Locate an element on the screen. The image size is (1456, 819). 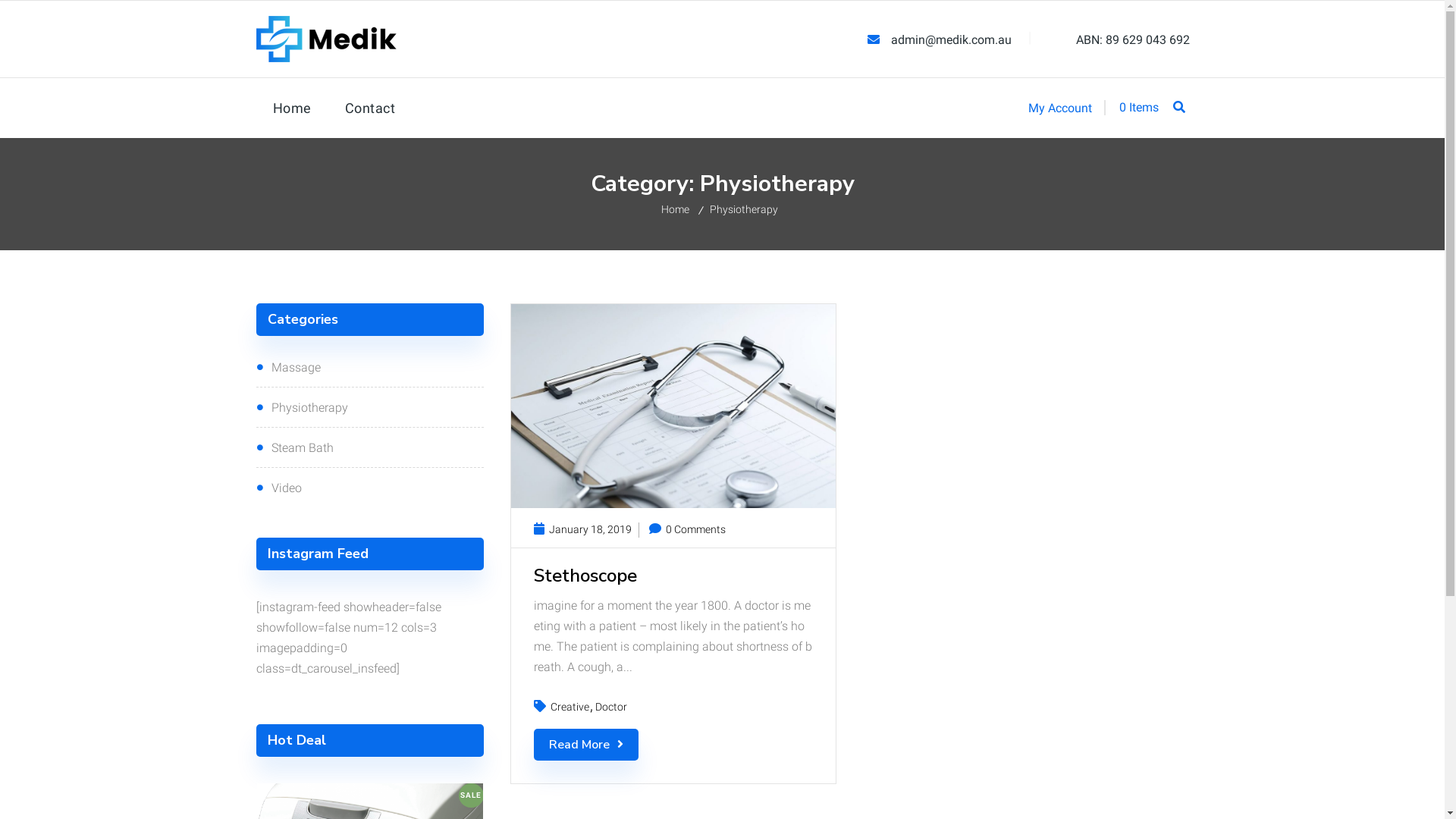
'Go' is located at coordinates (1046, 410).